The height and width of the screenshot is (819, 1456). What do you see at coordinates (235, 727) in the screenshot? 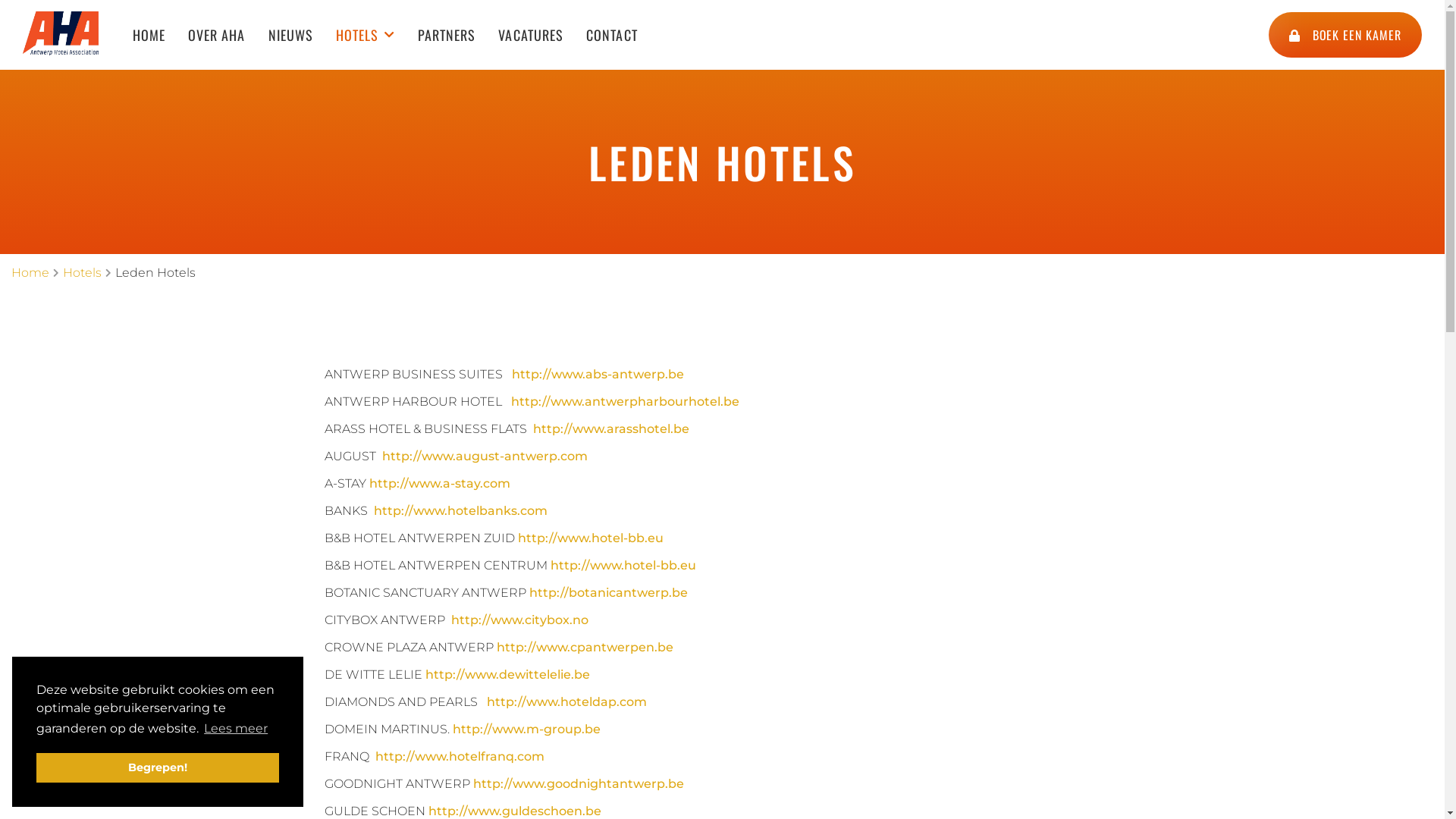
I see `'Lees meer'` at bounding box center [235, 727].